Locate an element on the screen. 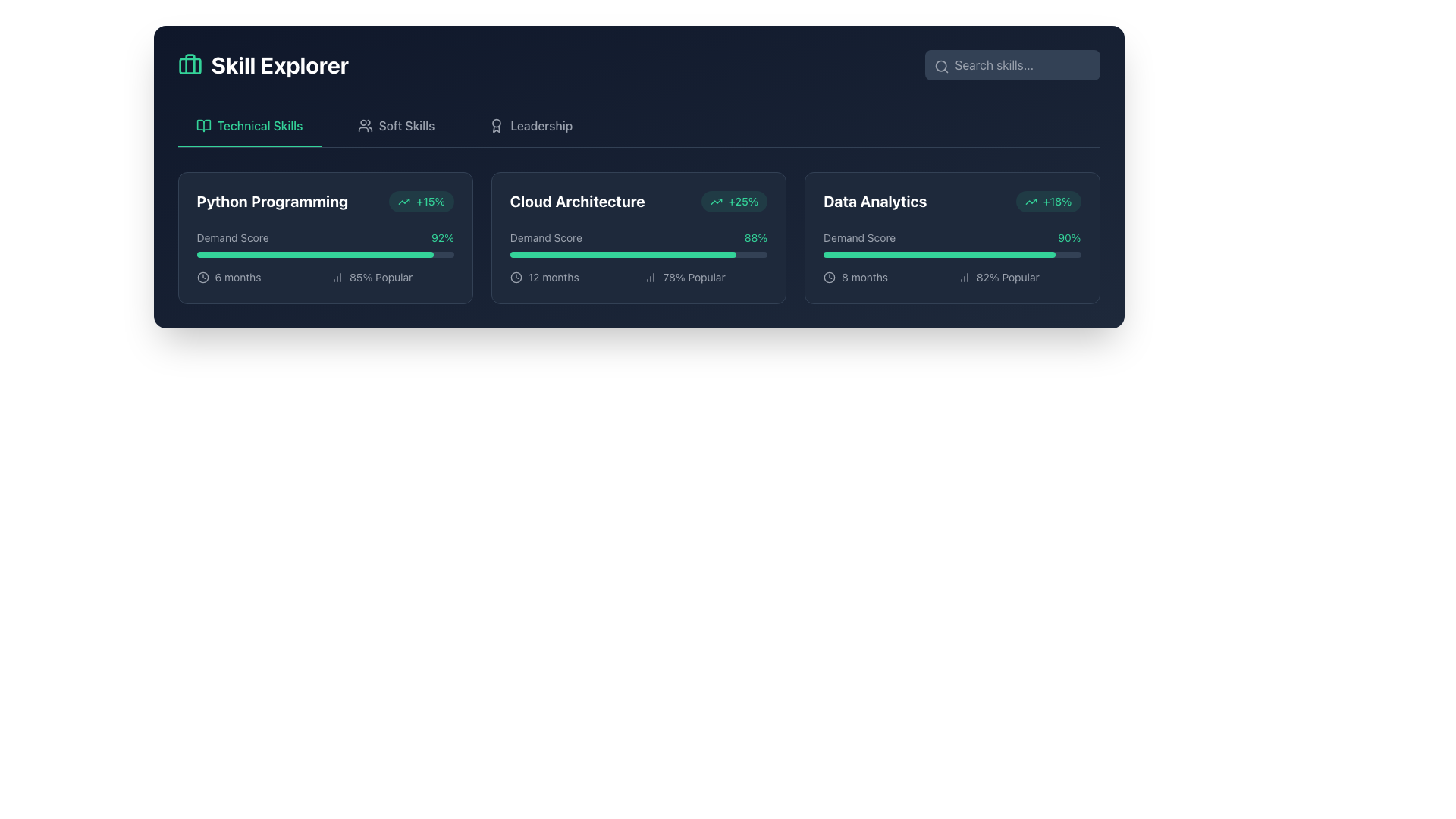 The image size is (1456, 819). the progress bar indicating the demand score for the 'Cloud Architecture' skill, which is centrally positioned within the card interface is located at coordinates (623, 253).